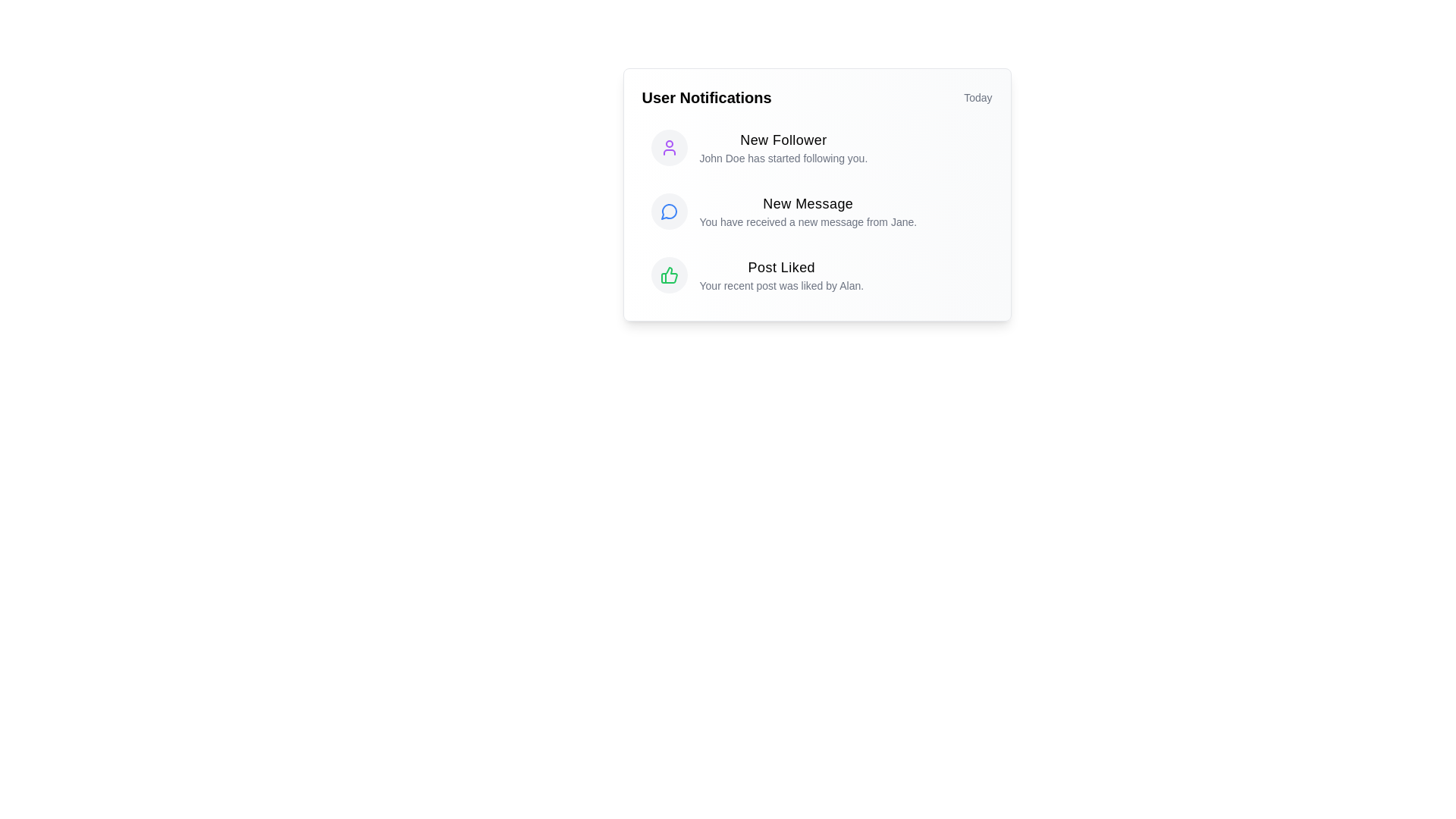 This screenshot has width=1456, height=819. Describe the element at coordinates (816, 275) in the screenshot. I see `notification indicating that Alan liked the user's post, which is located at the bottom of the notification list` at that location.